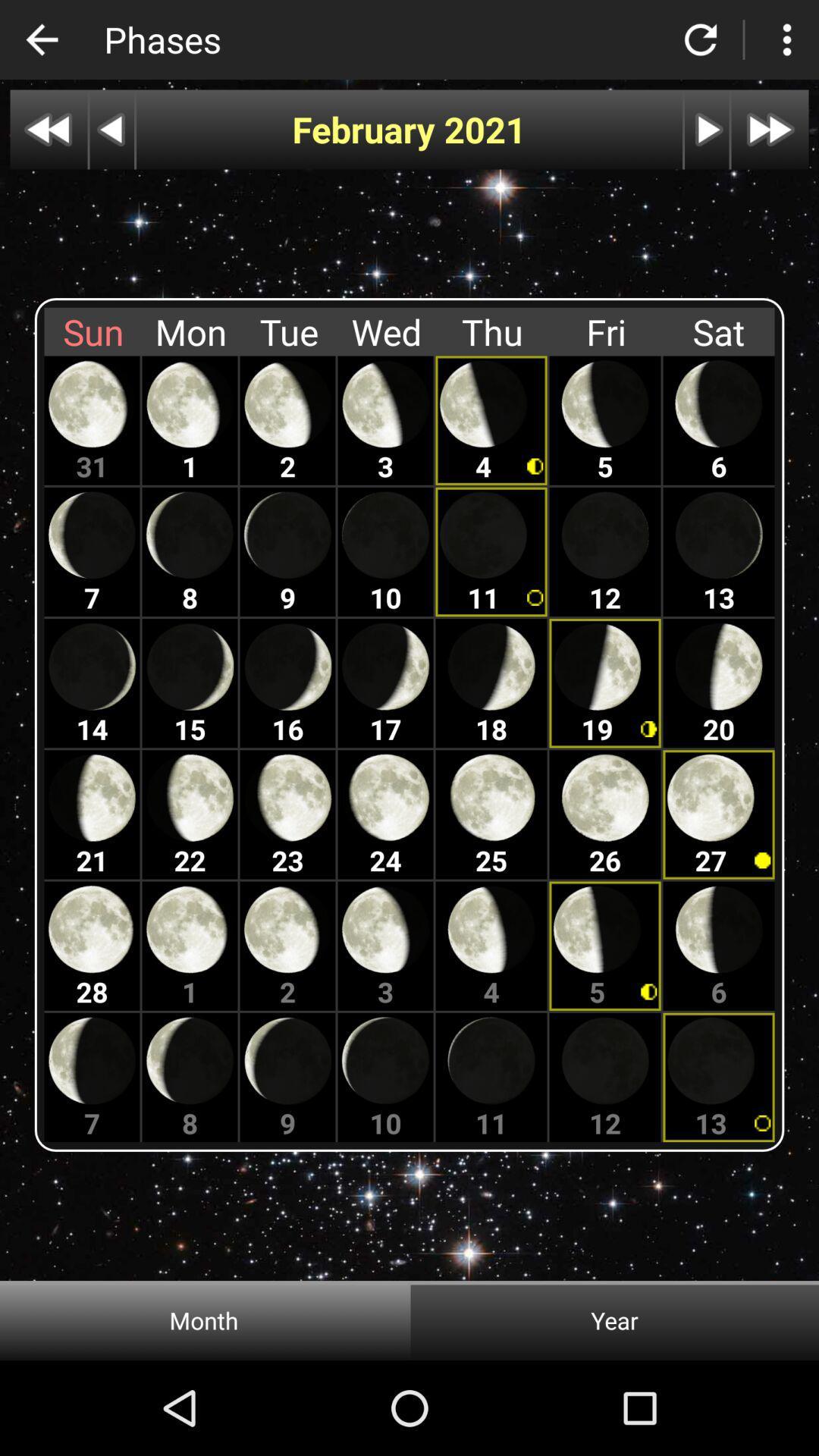  I want to click on next, so click(707, 130).